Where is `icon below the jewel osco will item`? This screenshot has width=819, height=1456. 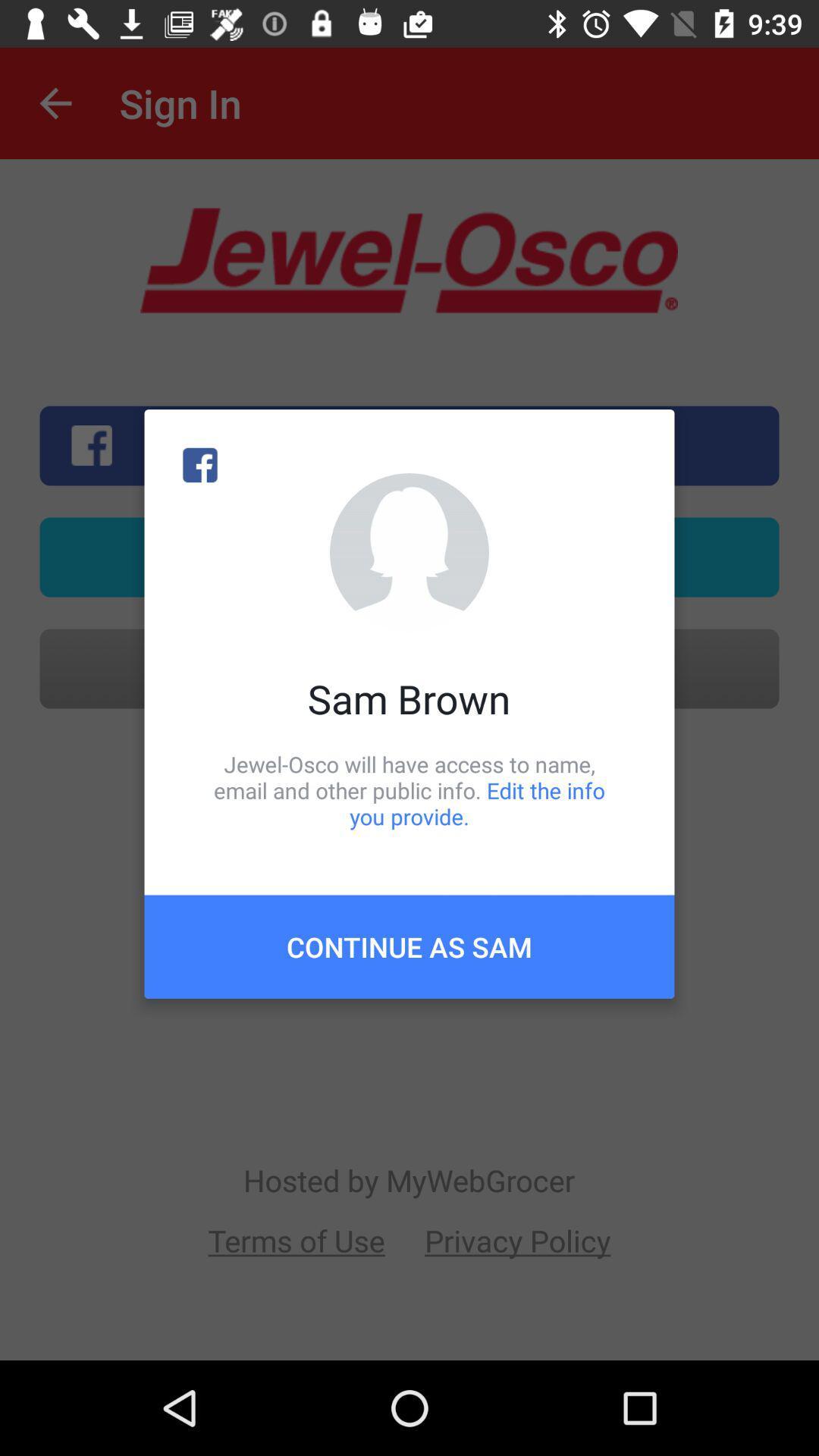
icon below the jewel osco will item is located at coordinates (409, 946).